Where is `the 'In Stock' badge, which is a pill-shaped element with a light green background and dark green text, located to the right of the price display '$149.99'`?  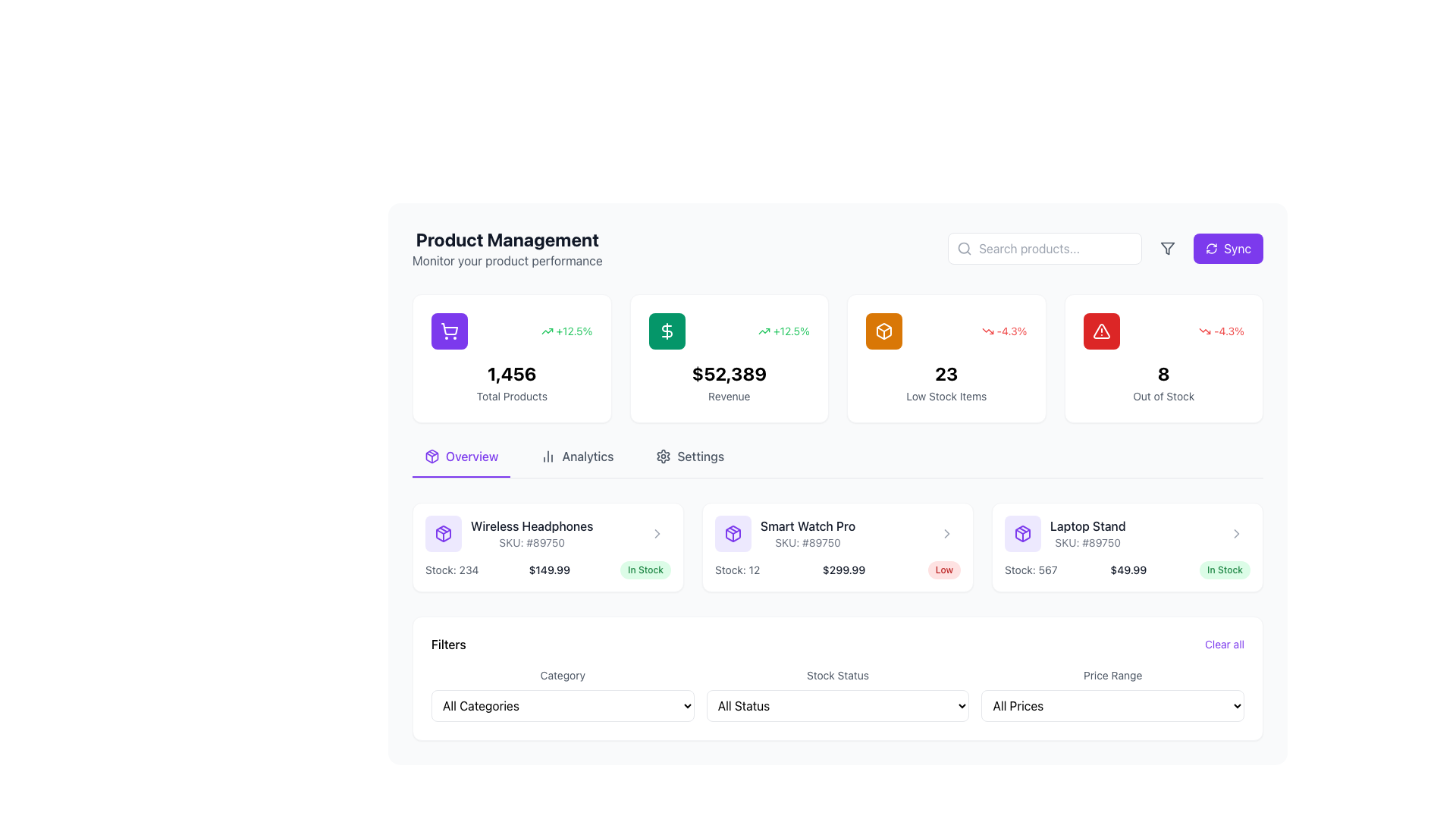
the 'In Stock' badge, which is a pill-shaped element with a light green background and dark green text, located to the right of the price display '$149.99' is located at coordinates (645, 570).